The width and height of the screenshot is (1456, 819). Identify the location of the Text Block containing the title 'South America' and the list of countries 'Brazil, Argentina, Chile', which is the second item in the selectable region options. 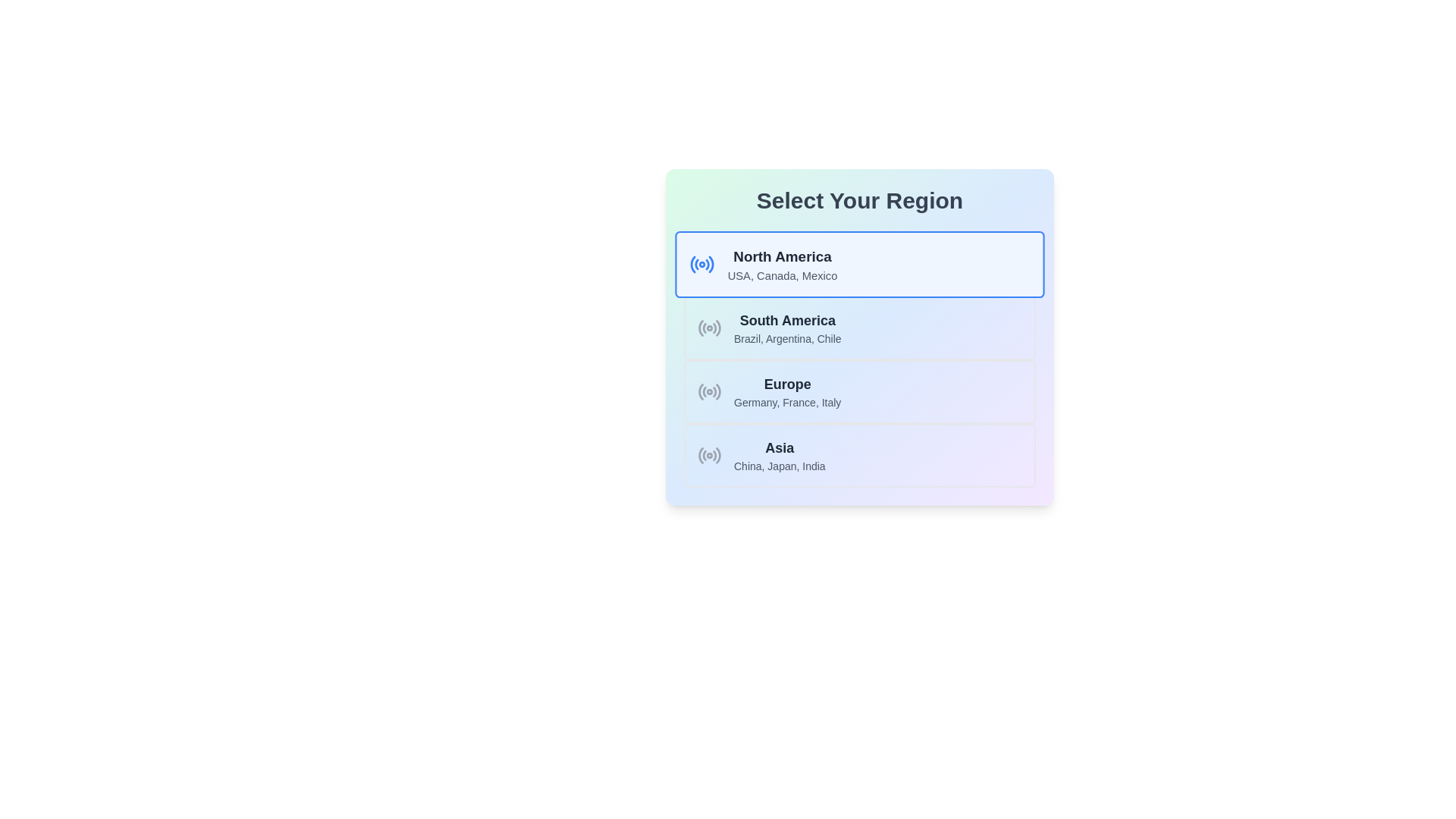
(787, 327).